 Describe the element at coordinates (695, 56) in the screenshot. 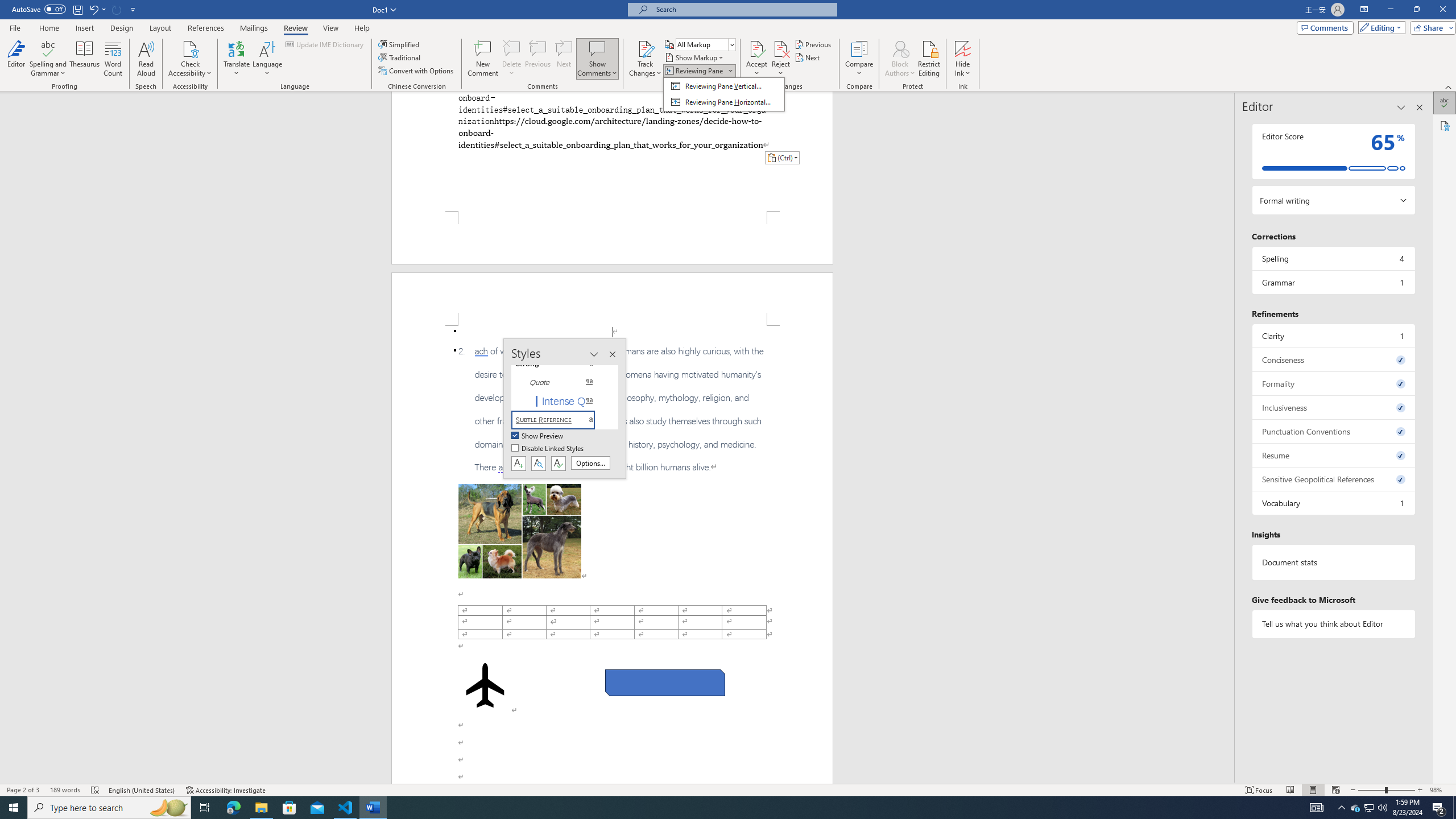

I see `'Show Markup'` at that location.